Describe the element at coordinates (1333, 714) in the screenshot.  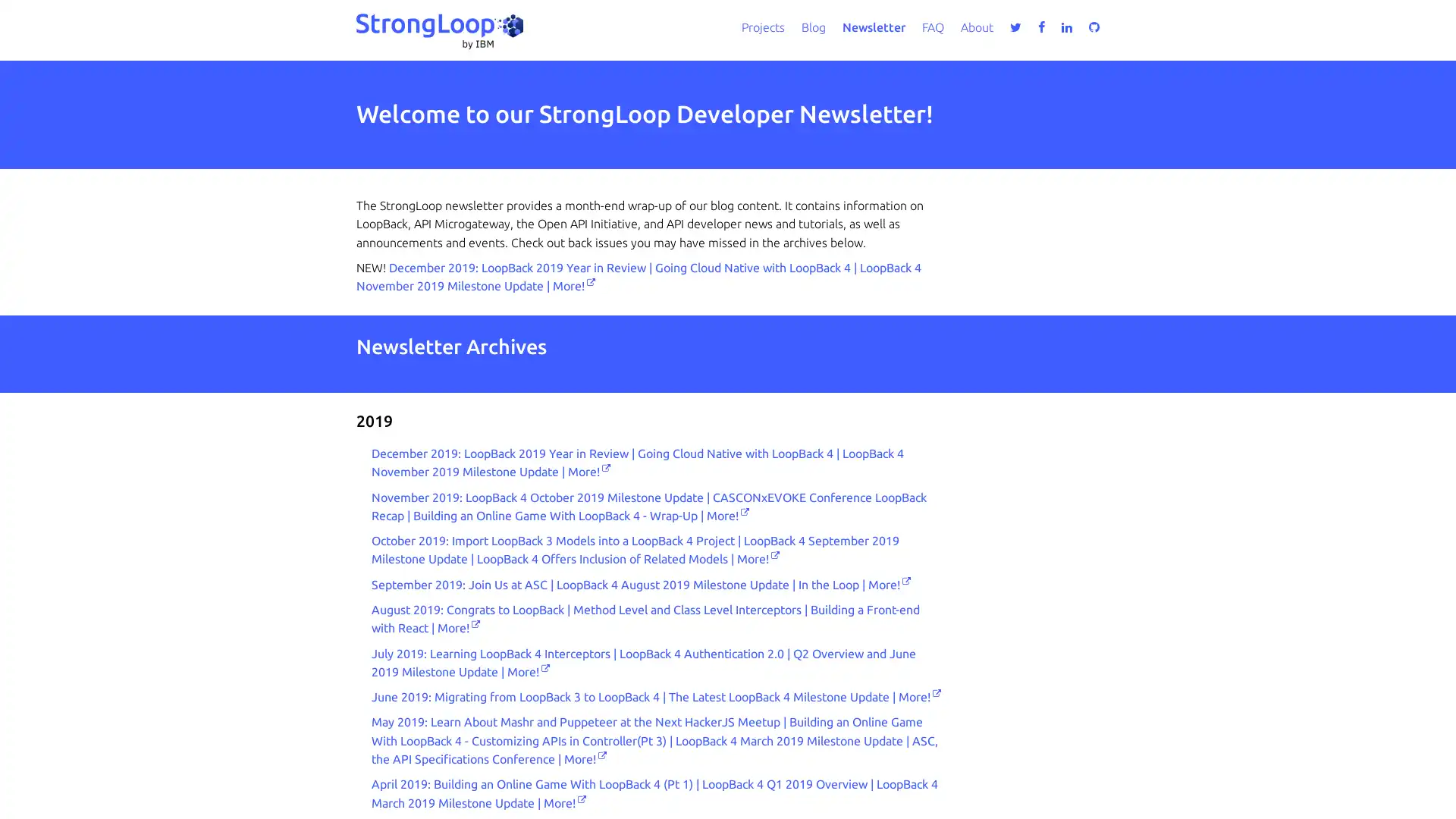
I see `Accept all` at that location.